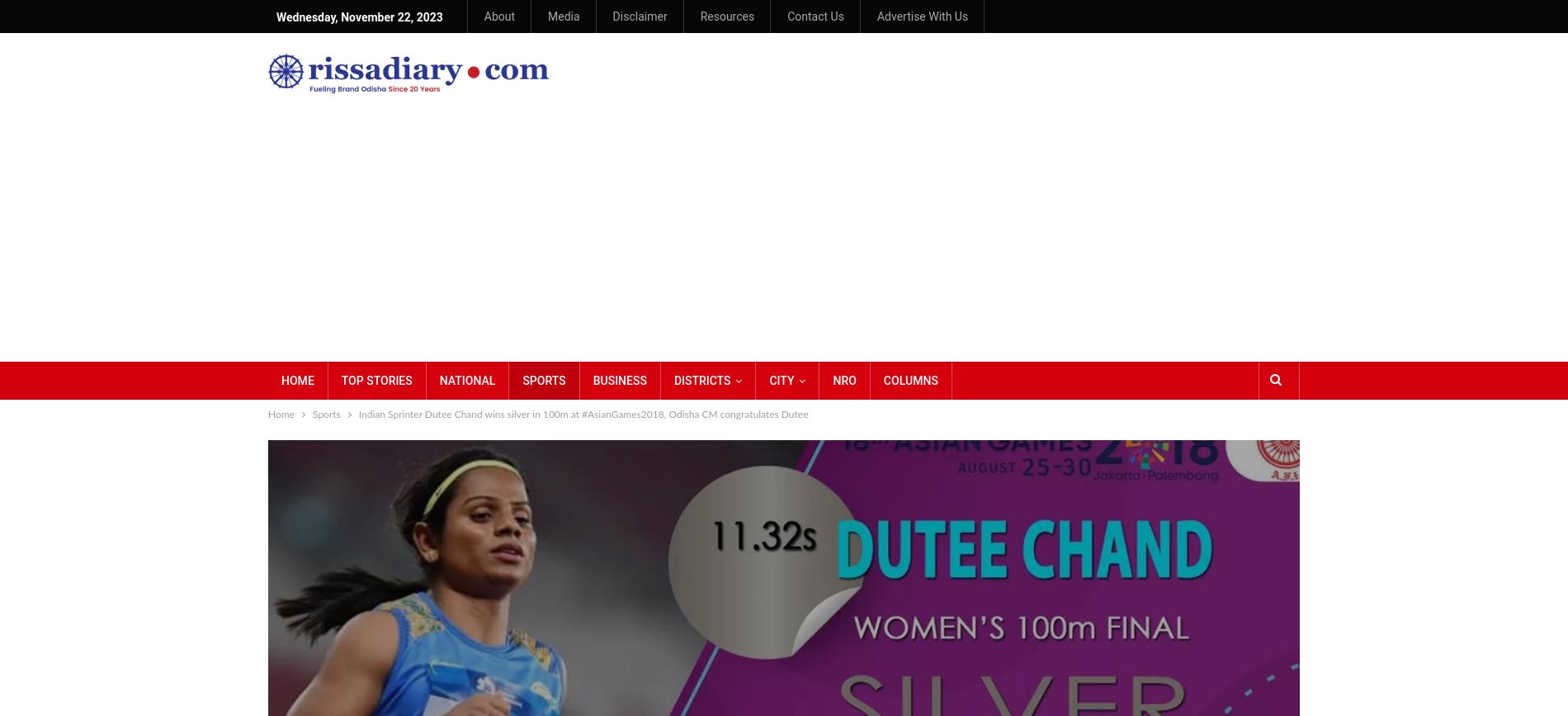 This screenshot has width=1568, height=716. What do you see at coordinates (780, 379) in the screenshot?
I see `'CITY'` at bounding box center [780, 379].